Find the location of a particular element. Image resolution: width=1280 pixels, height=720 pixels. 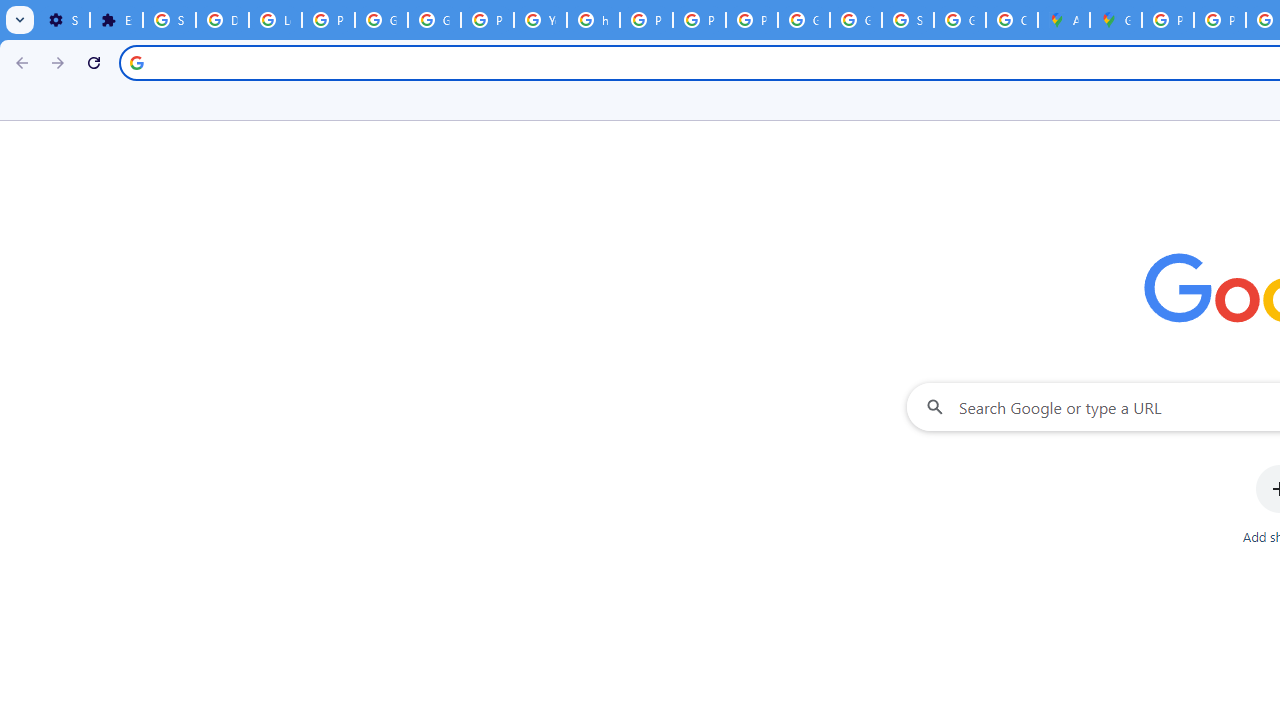

'Reload' is located at coordinates (93, 61).